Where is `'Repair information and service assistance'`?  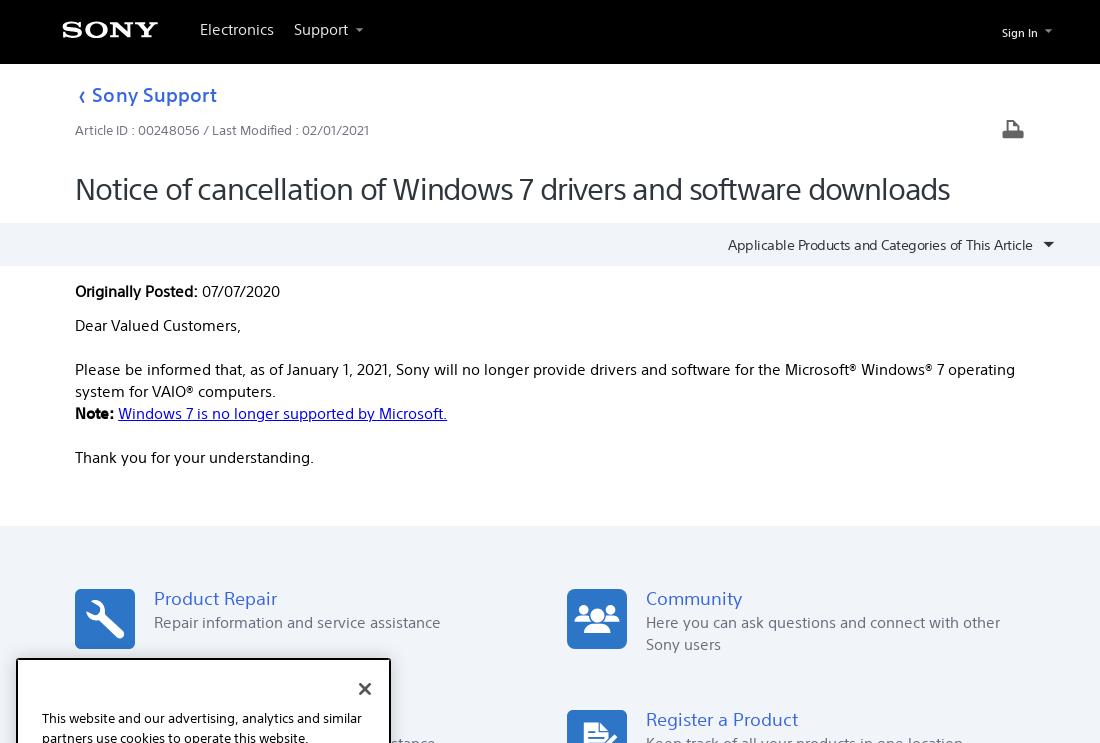
'Repair information and service assistance' is located at coordinates (296, 621).